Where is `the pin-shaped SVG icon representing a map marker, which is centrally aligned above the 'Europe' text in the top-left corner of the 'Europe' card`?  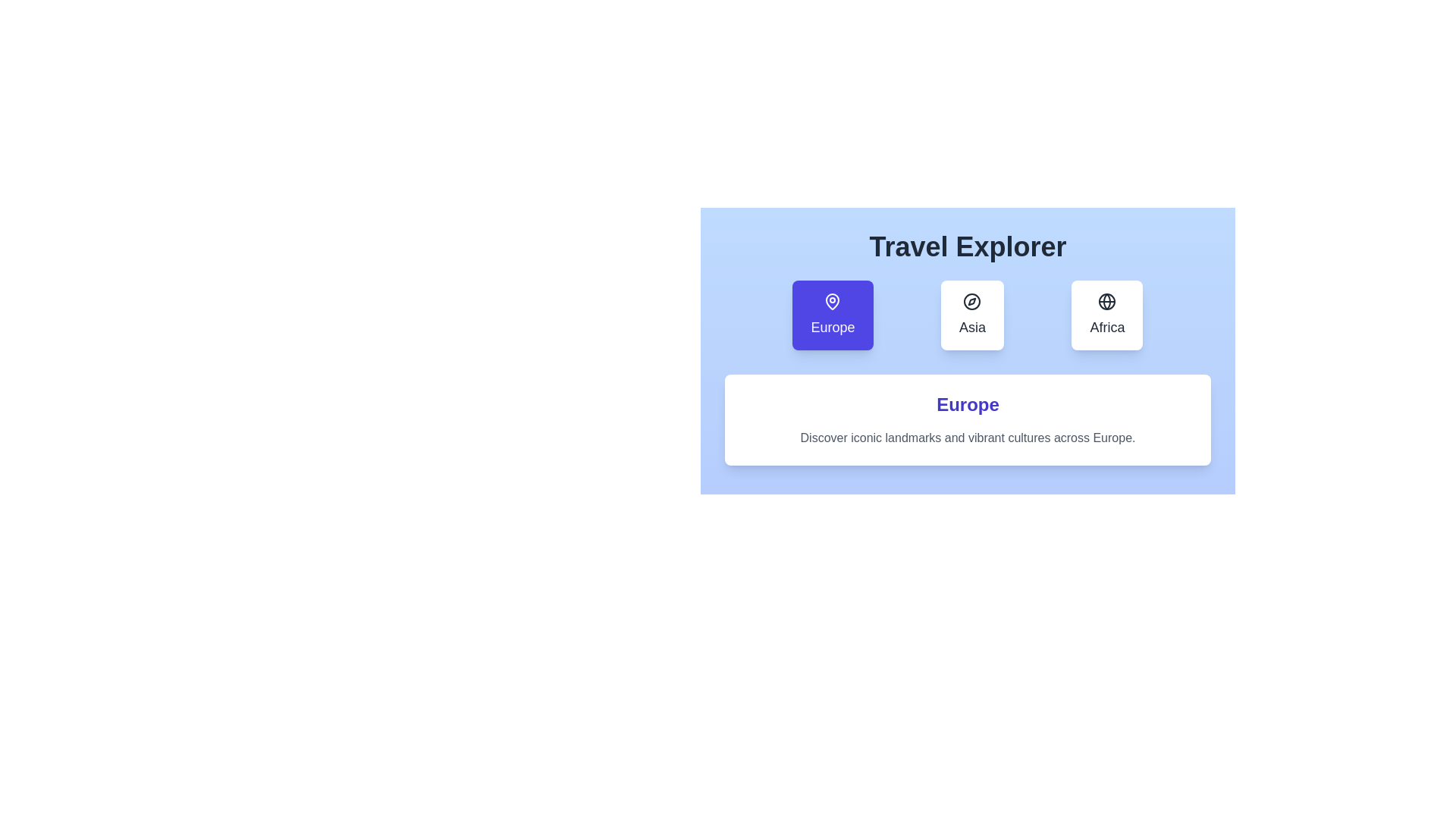
the pin-shaped SVG icon representing a map marker, which is centrally aligned above the 'Europe' text in the top-left corner of the 'Europe' card is located at coordinates (832, 301).